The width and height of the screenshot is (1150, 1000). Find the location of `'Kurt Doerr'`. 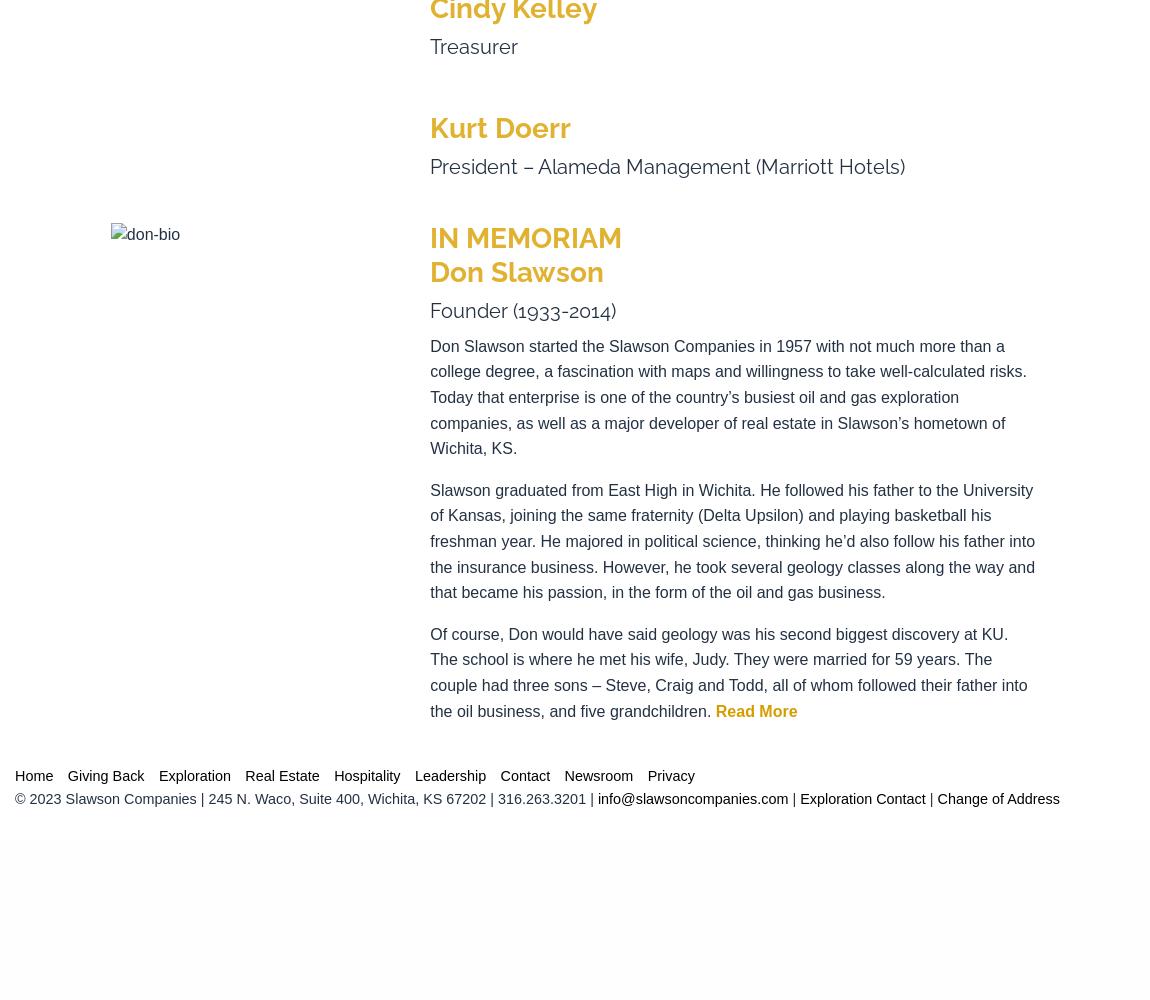

'Kurt Doerr' is located at coordinates (500, 127).